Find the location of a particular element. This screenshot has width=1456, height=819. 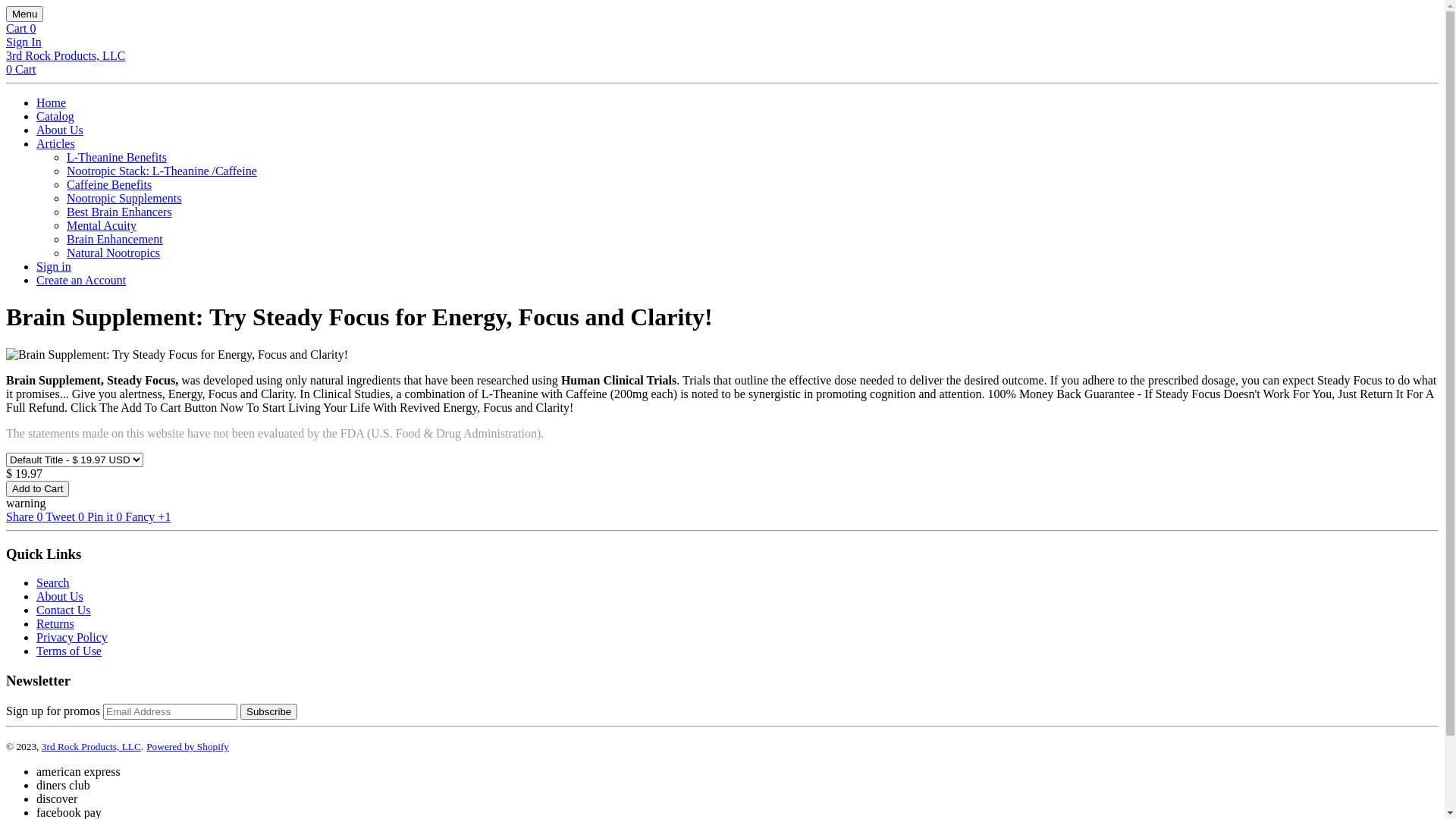

'About Us' is located at coordinates (59, 129).